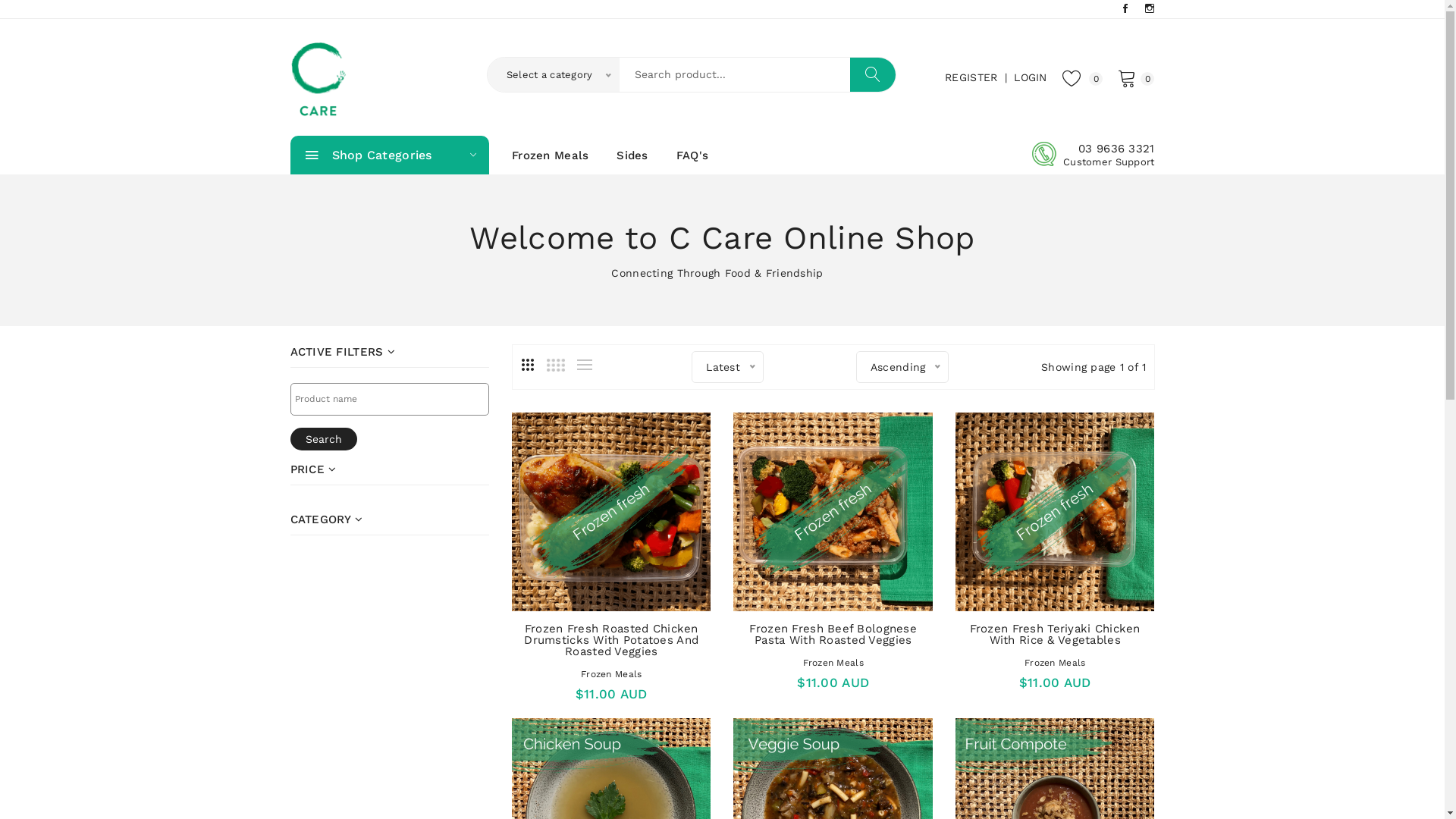 The image size is (1456, 819). What do you see at coordinates (632, 155) in the screenshot?
I see `'Sides'` at bounding box center [632, 155].